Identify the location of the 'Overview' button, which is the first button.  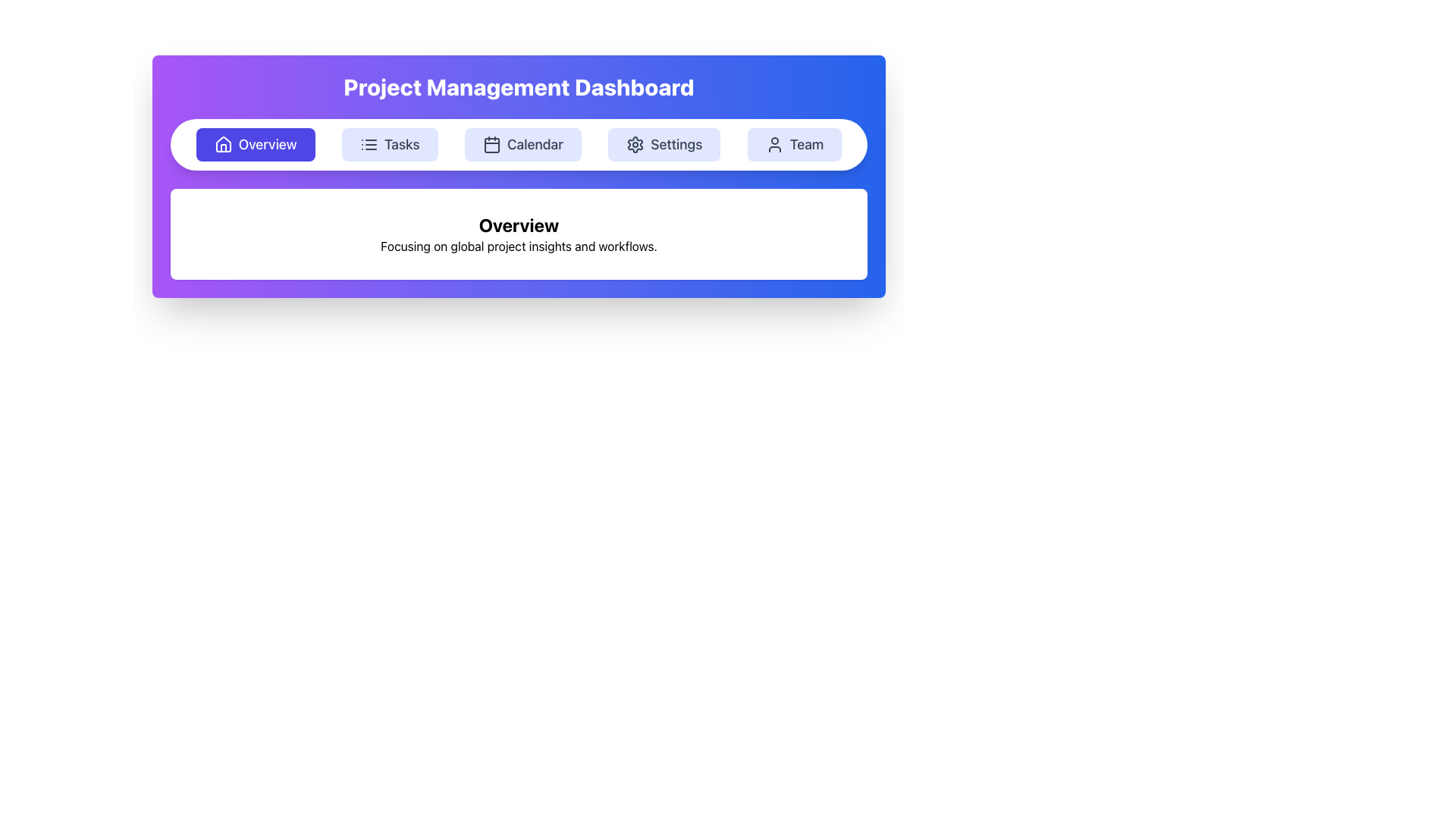
(256, 145).